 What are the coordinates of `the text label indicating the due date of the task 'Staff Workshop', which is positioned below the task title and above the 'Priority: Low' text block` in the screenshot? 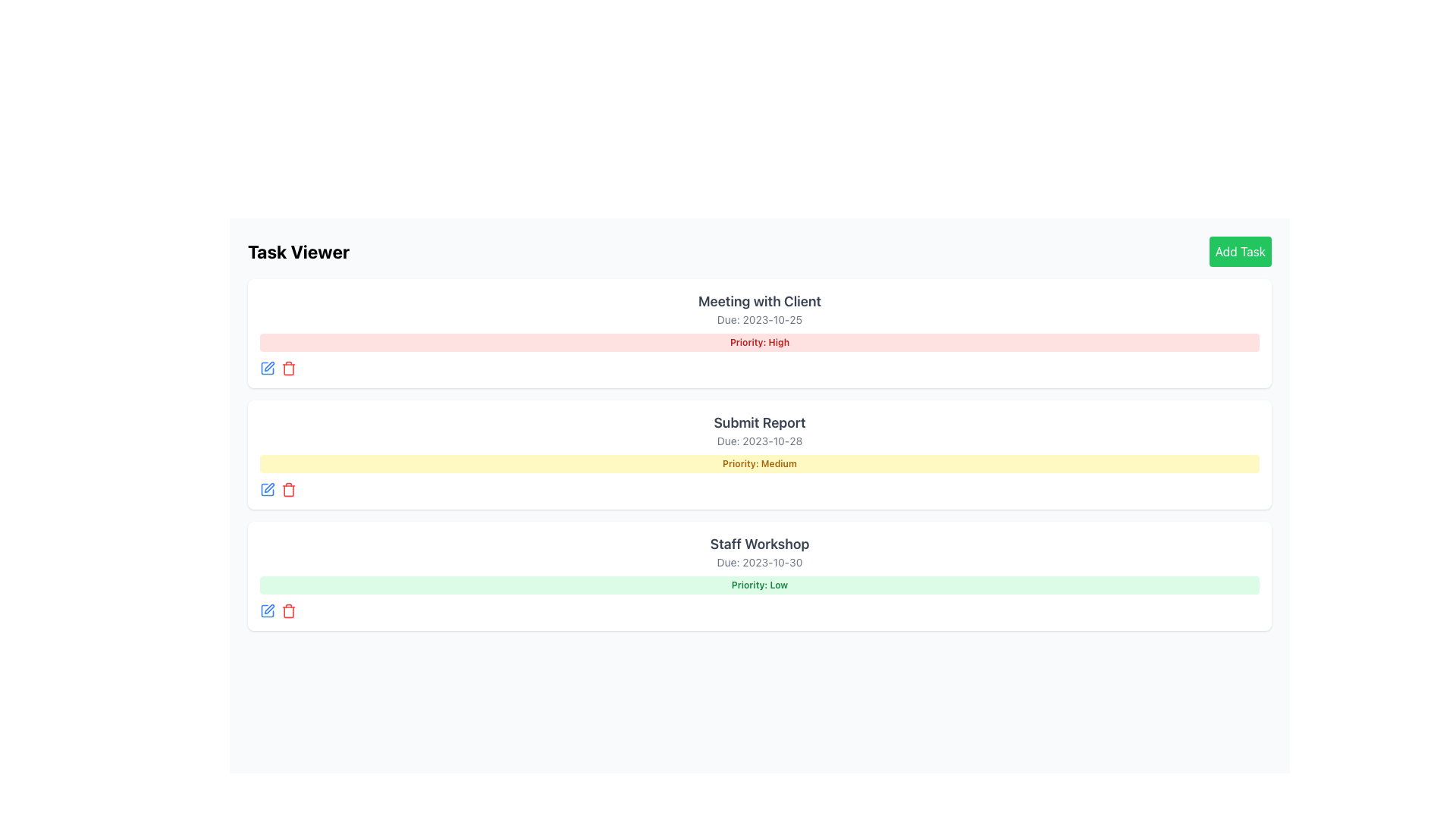 It's located at (760, 562).